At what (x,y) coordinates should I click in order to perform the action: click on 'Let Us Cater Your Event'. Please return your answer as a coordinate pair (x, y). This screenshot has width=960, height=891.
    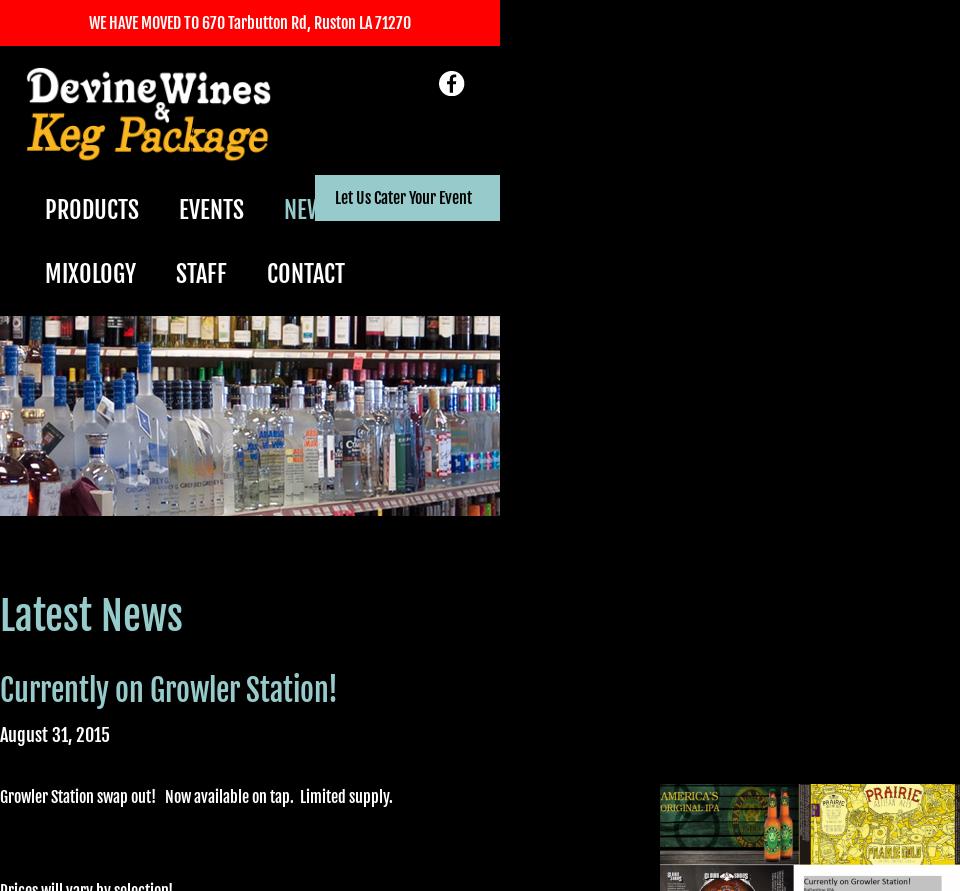
    Looking at the image, I should click on (402, 197).